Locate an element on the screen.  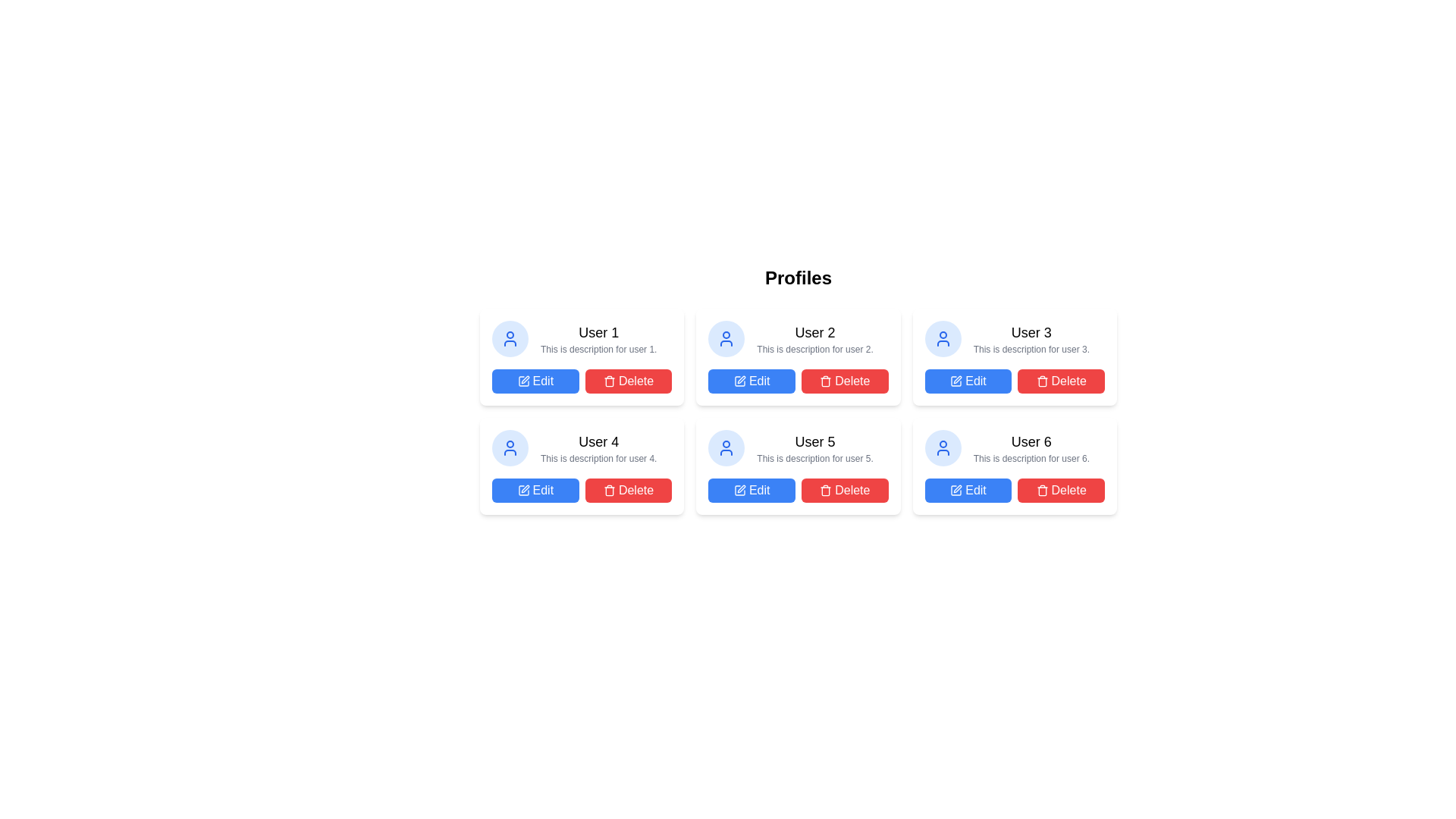
the 'Delete' button located to the right of the 'Edit' button in the profile card for 'User 5' is located at coordinates (843, 491).